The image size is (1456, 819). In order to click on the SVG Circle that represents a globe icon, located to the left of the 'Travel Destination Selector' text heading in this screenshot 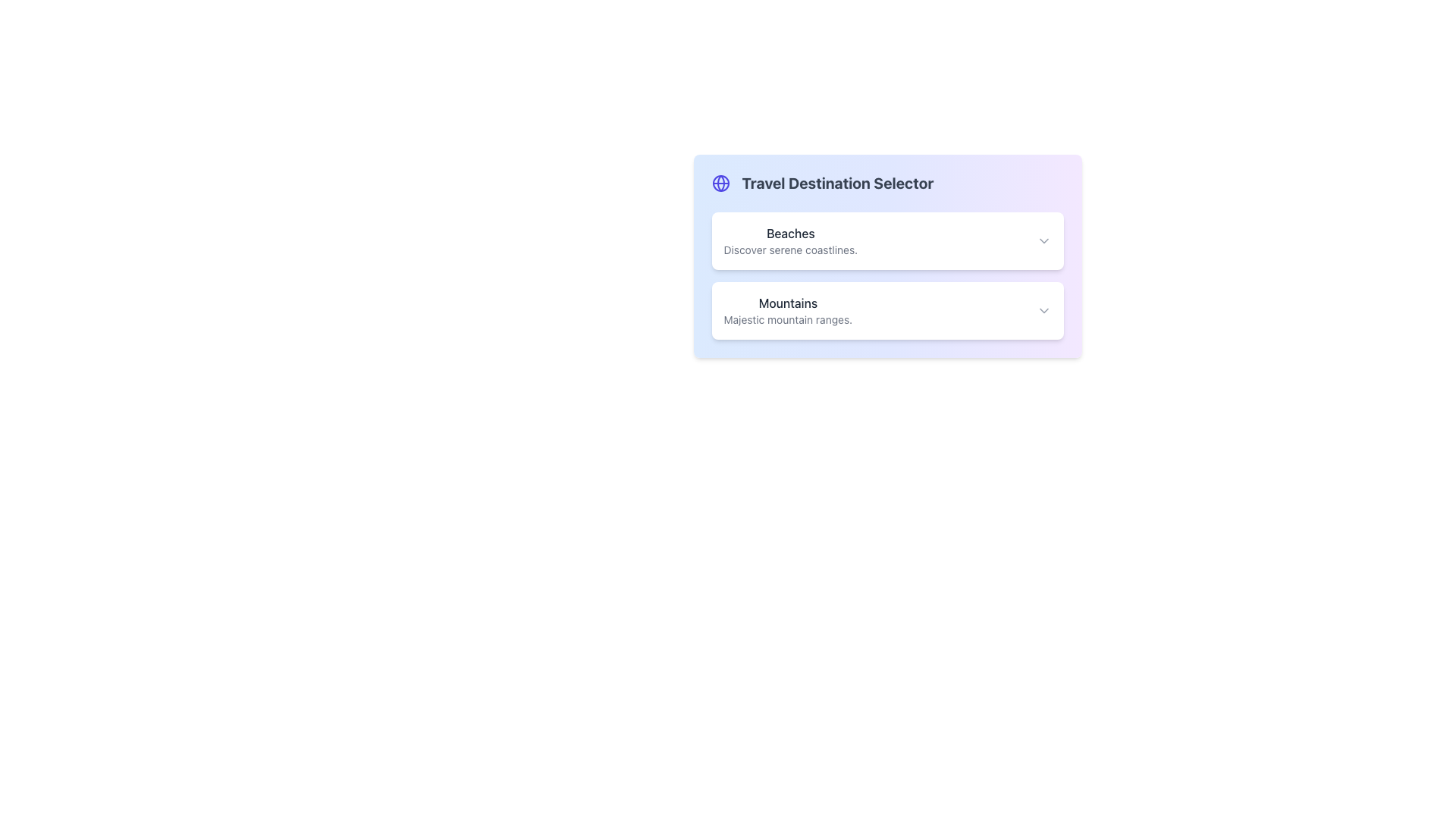, I will do `click(720, 183)`.